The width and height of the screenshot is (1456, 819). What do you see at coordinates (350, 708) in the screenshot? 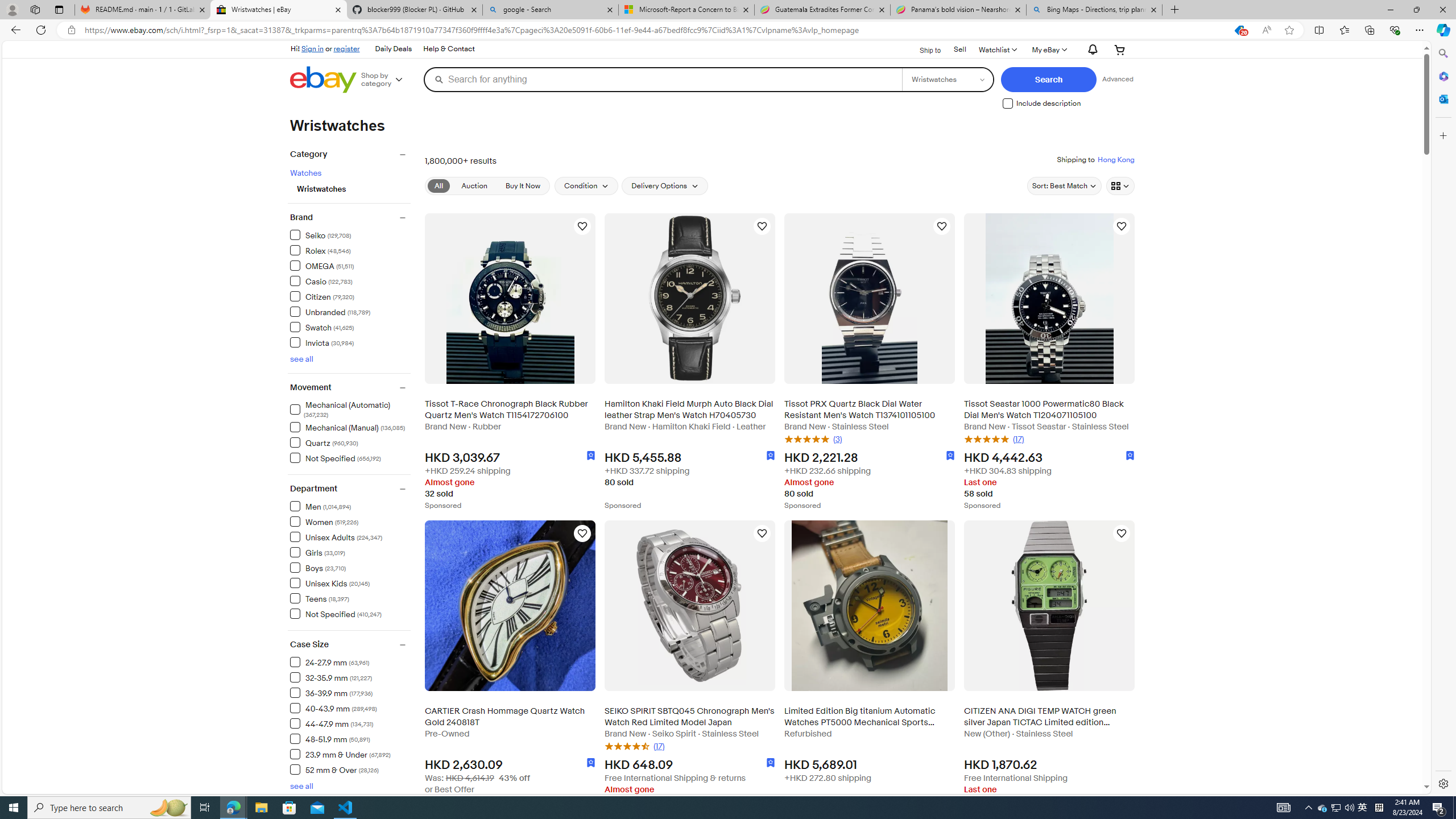
I see `'40-43.9 mm(289,498) Items'` at bounding box center [350, 708].